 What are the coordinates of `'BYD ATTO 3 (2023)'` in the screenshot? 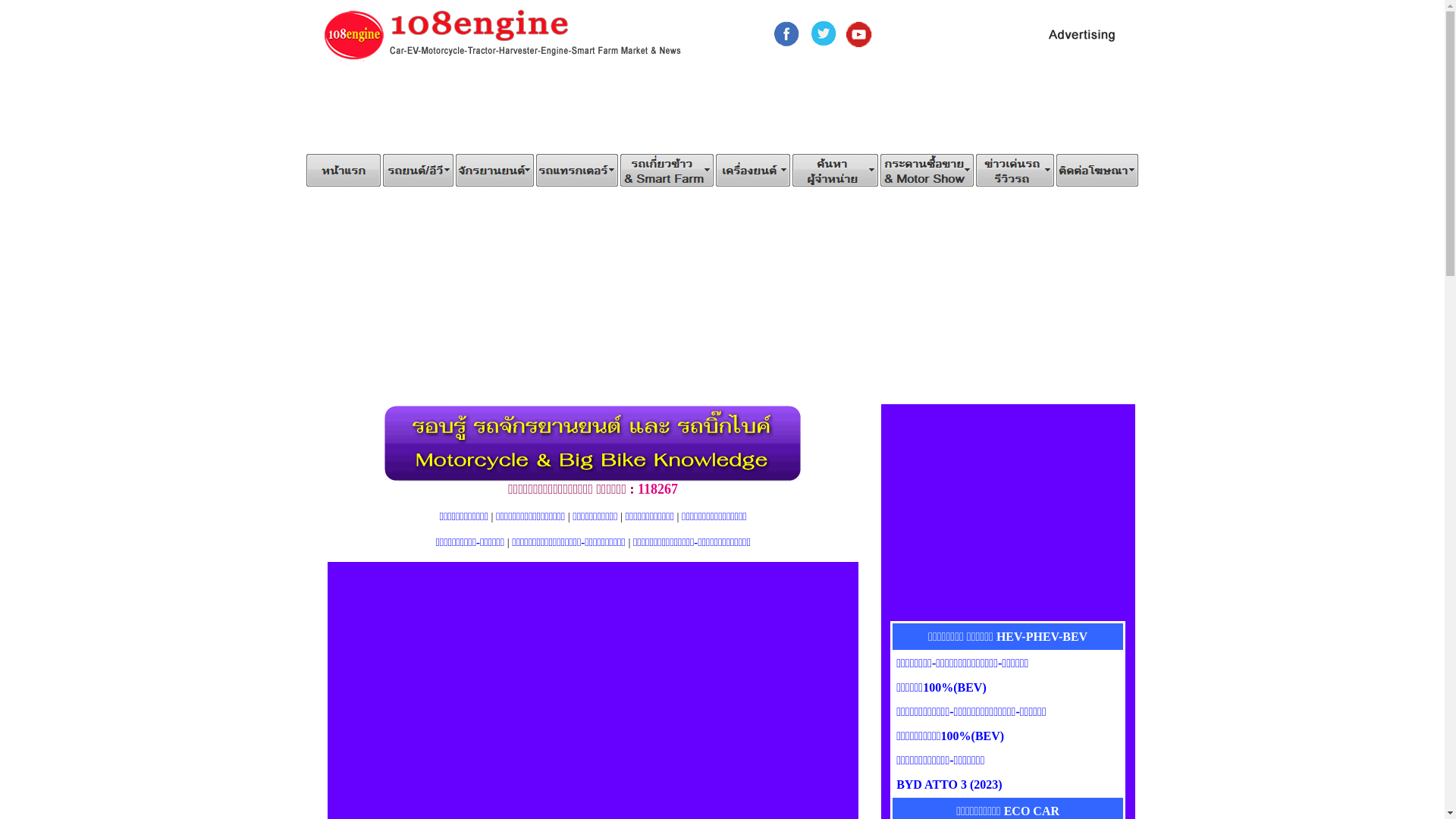 It's located at (948, 784).